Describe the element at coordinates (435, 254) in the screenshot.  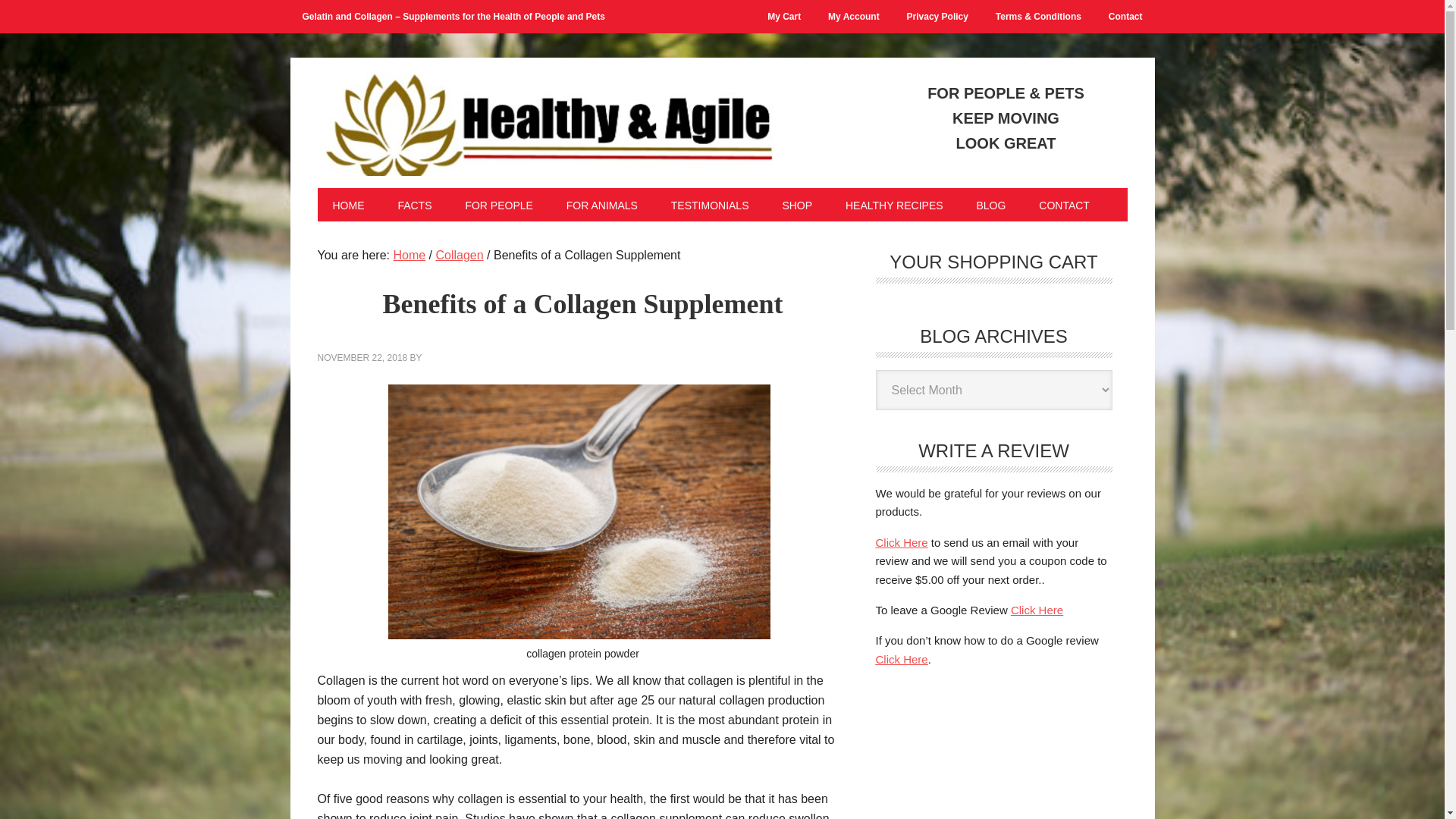
I see `'Collagen'` at that location.